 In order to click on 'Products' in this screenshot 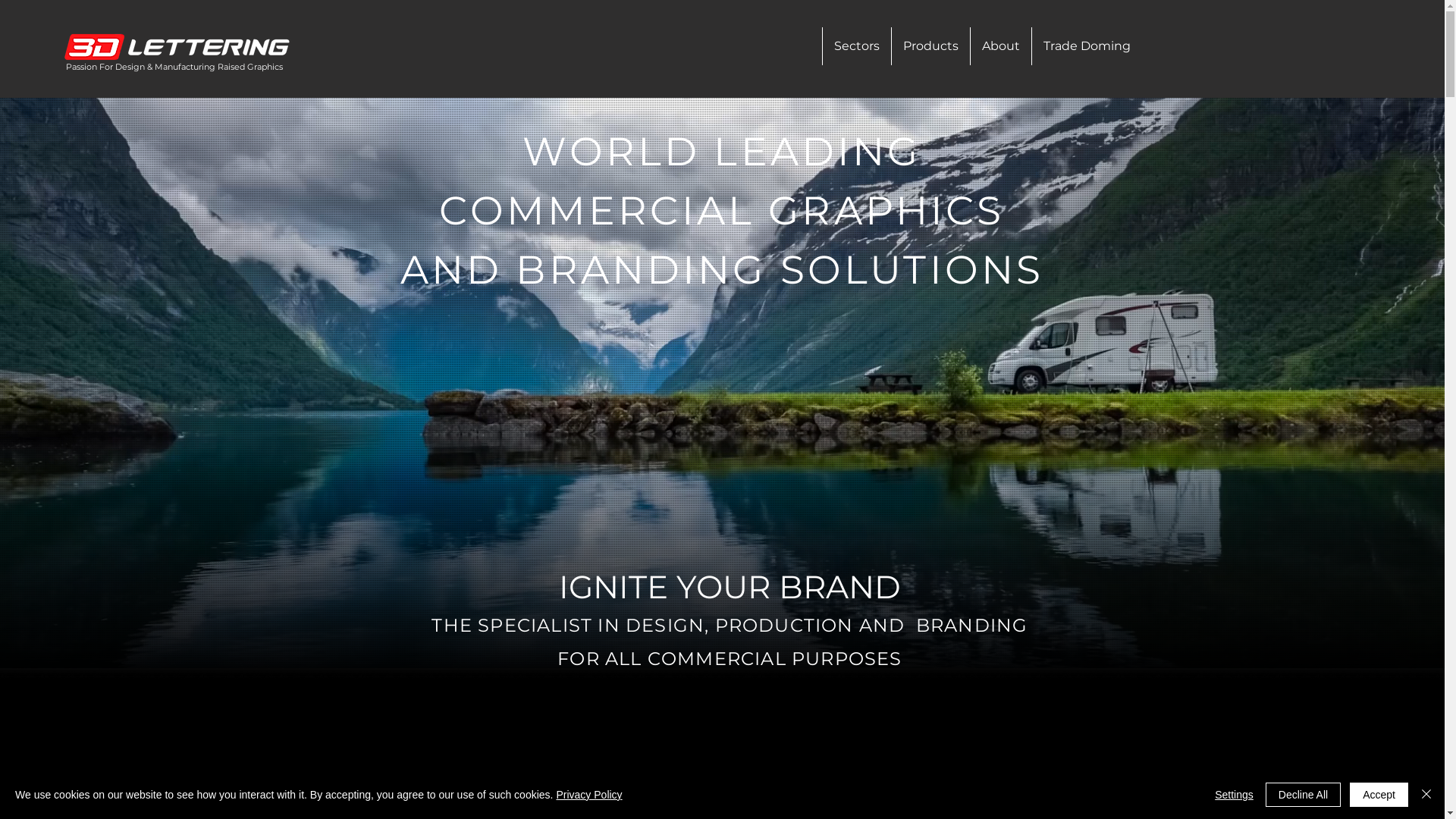, I will do `click(930, 45)`.